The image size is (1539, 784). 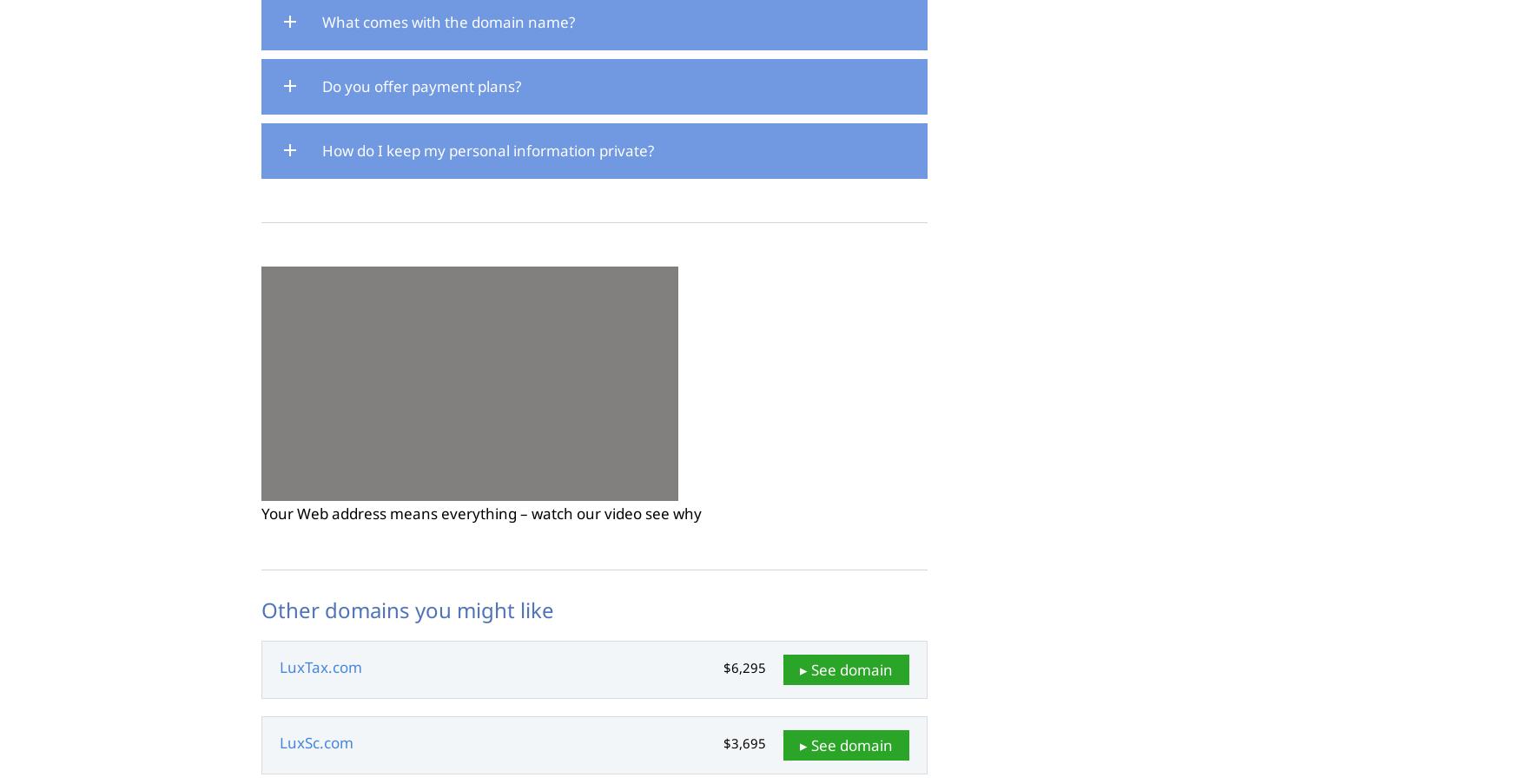 What do you see at coordinates (420, 86) in the screenshot?
I see `'Do you offer payment plans?'` at bounding box center [420, 86].